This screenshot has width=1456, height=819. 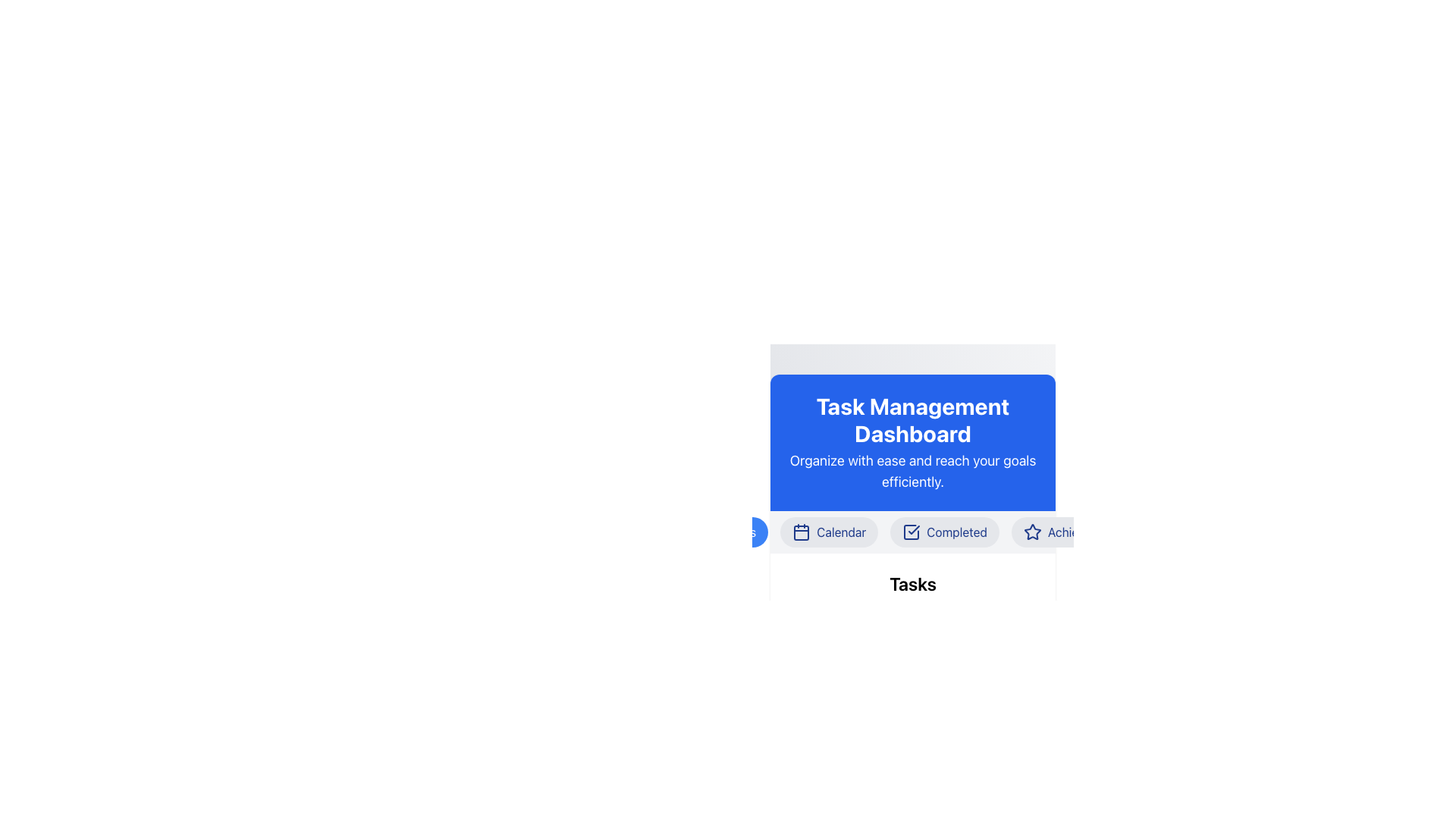 I want to click on the 'Completed' button, so click(x=912, y=532).